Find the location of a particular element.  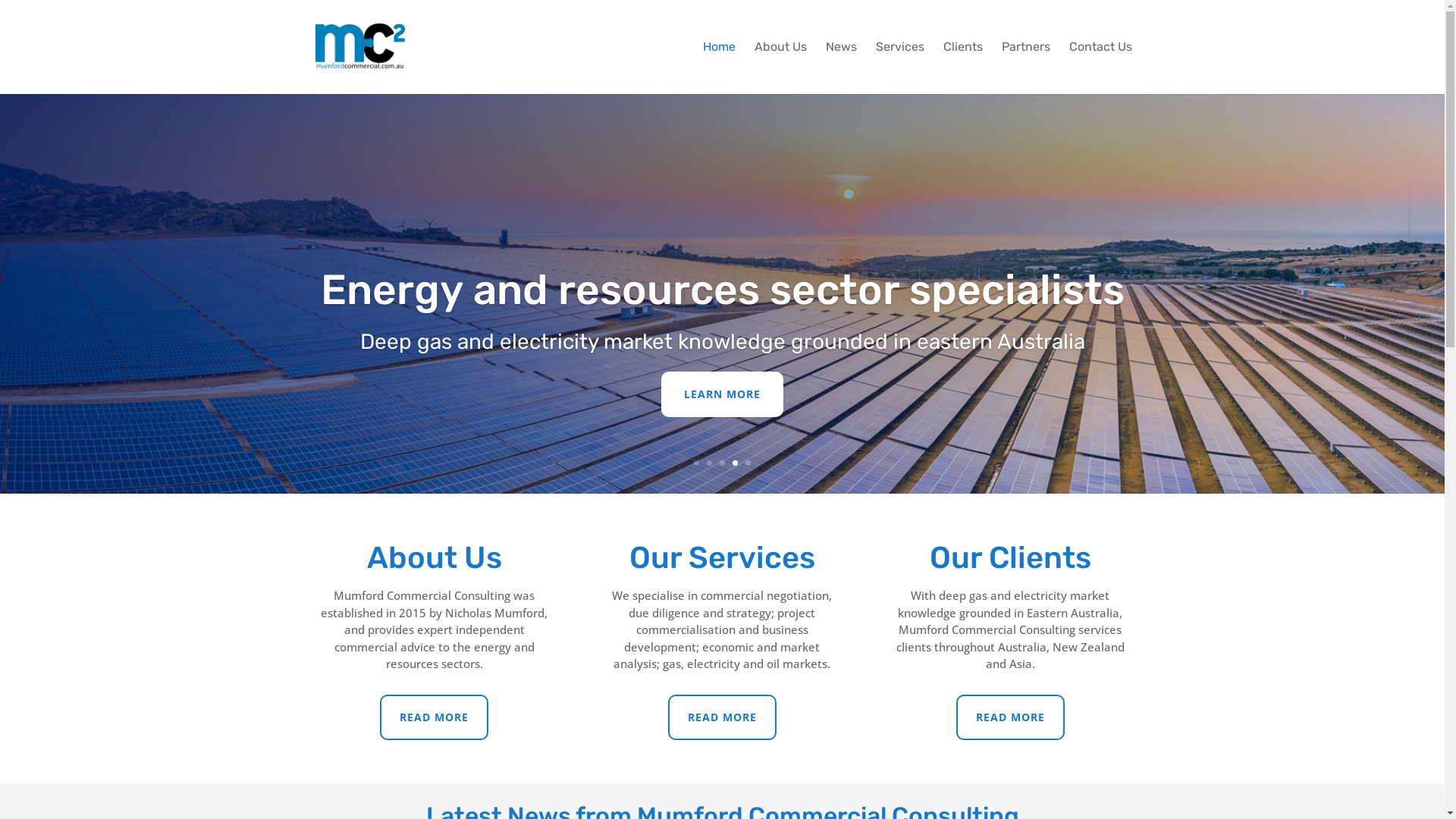

'Home' is located at coordinates (717, 67).